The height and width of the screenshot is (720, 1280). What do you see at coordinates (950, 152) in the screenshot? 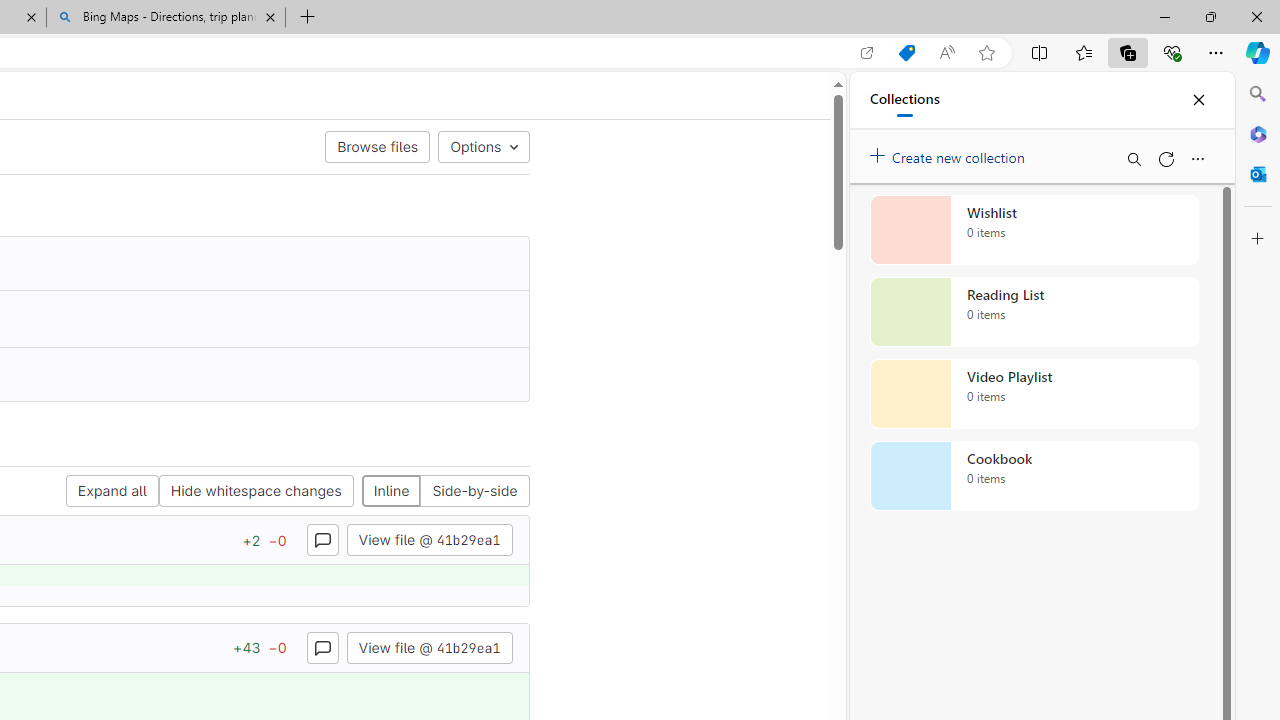
I see `'Create new collection'` at bounding box center [950, 152].